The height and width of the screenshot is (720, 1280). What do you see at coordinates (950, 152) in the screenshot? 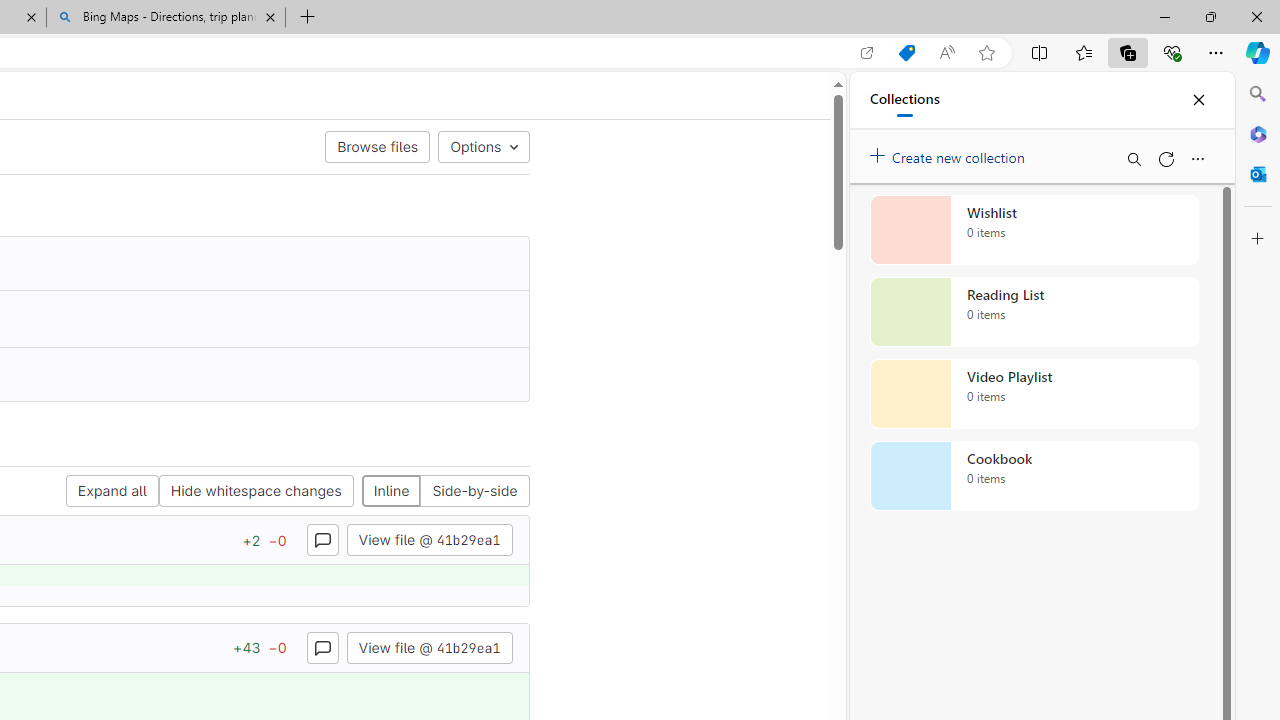
I see `'Create new collection'` at bounding box center [950, 152].